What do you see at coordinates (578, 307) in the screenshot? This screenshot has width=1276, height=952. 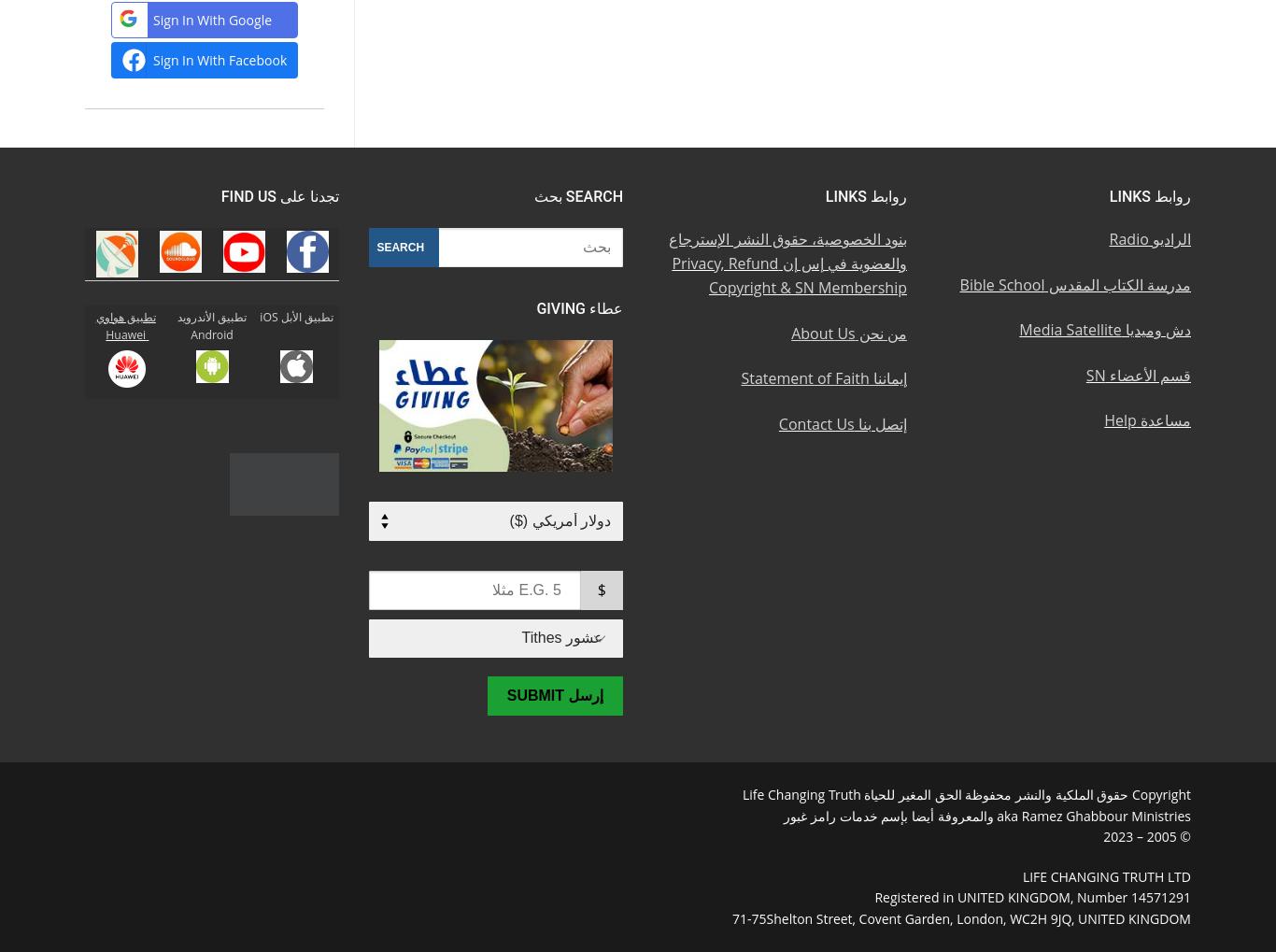 I see `'عطاء Giving'` at bounding box center [578, 307].